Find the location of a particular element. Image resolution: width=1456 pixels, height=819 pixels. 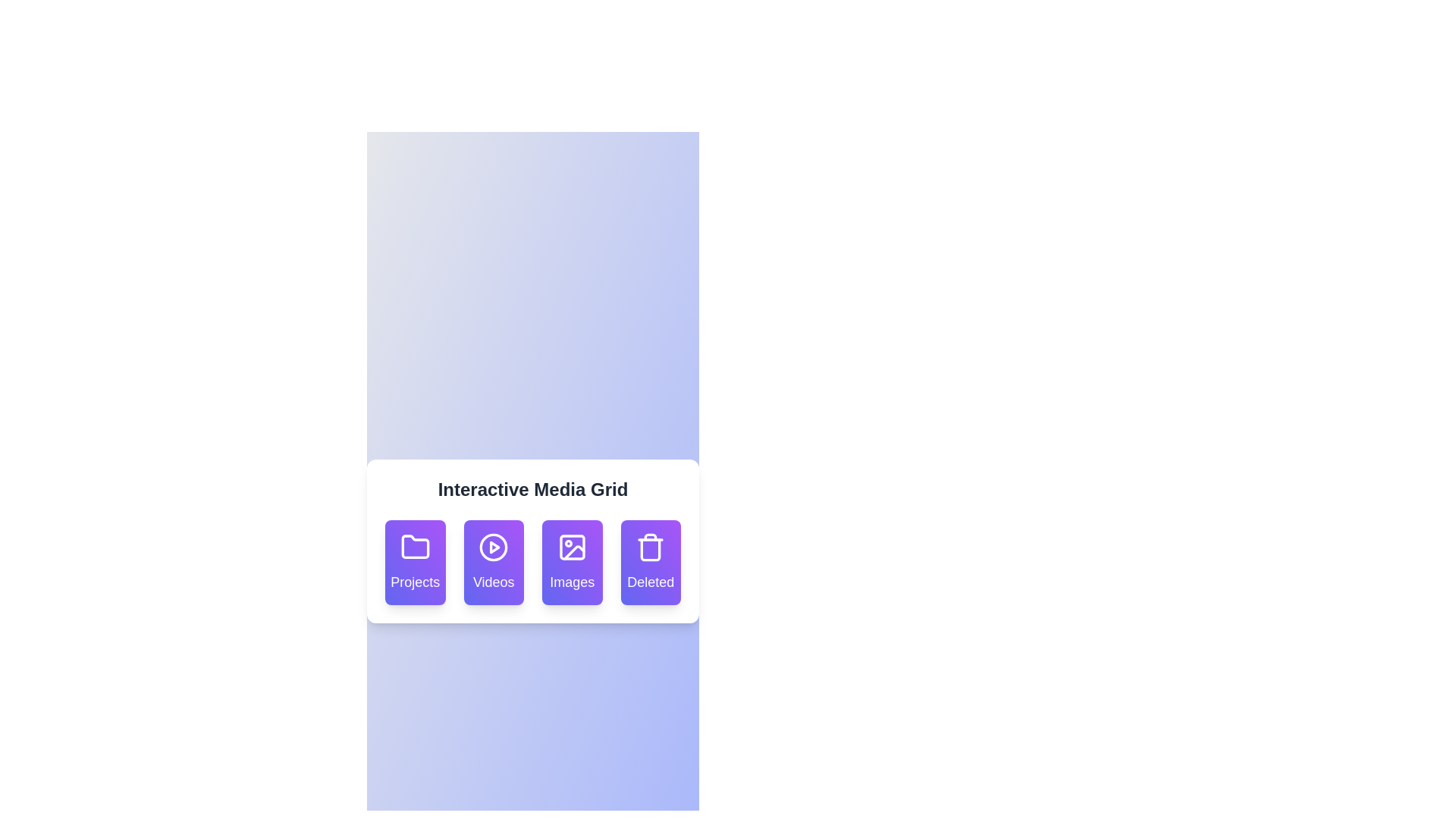

the 'Deleted' non-interactive card, which is the fourth card in a grid of four cards located at the bottom right of the interface is located at coordinates (651, 562).